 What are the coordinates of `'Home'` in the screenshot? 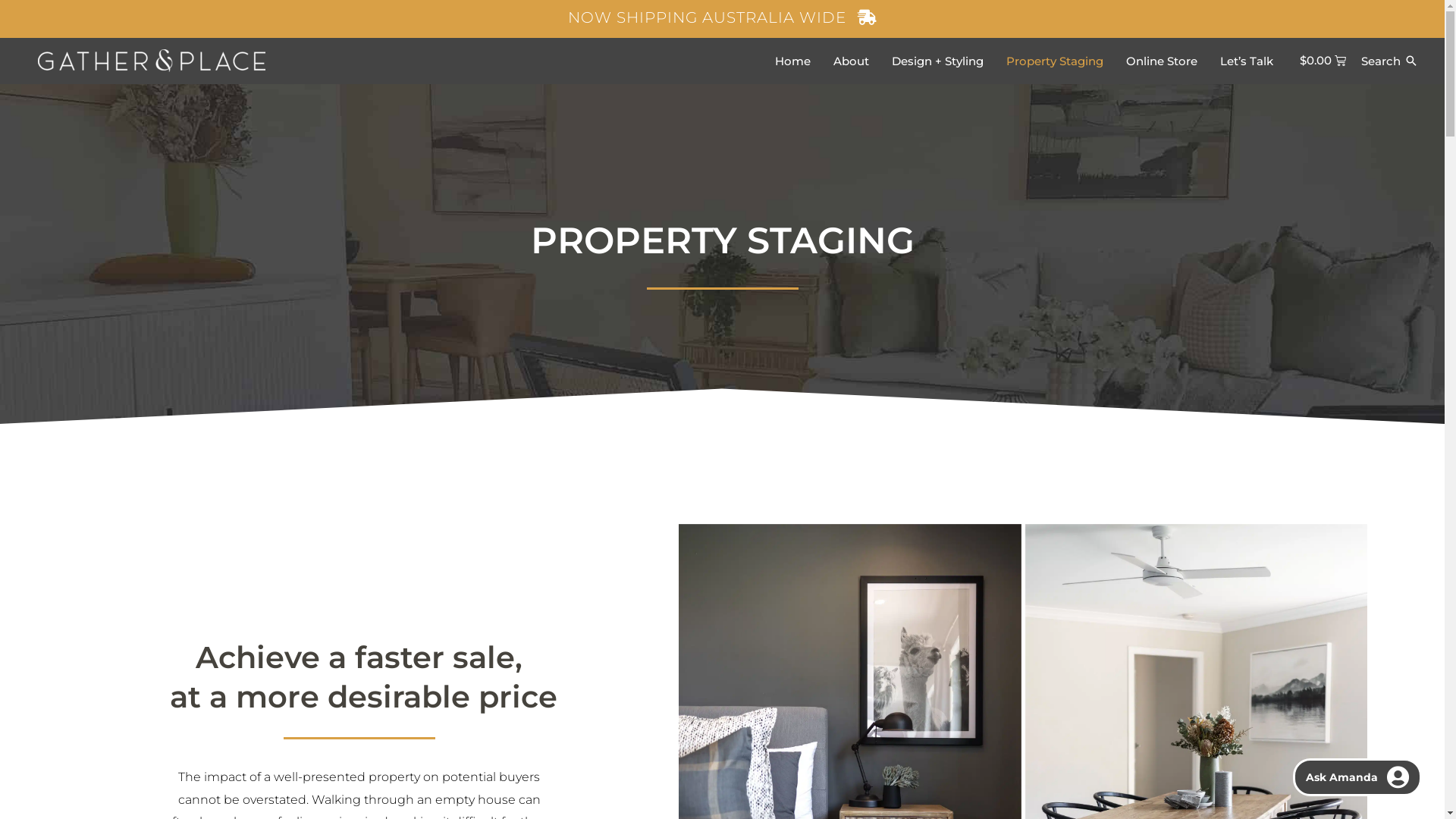 It's located at (791, 60).